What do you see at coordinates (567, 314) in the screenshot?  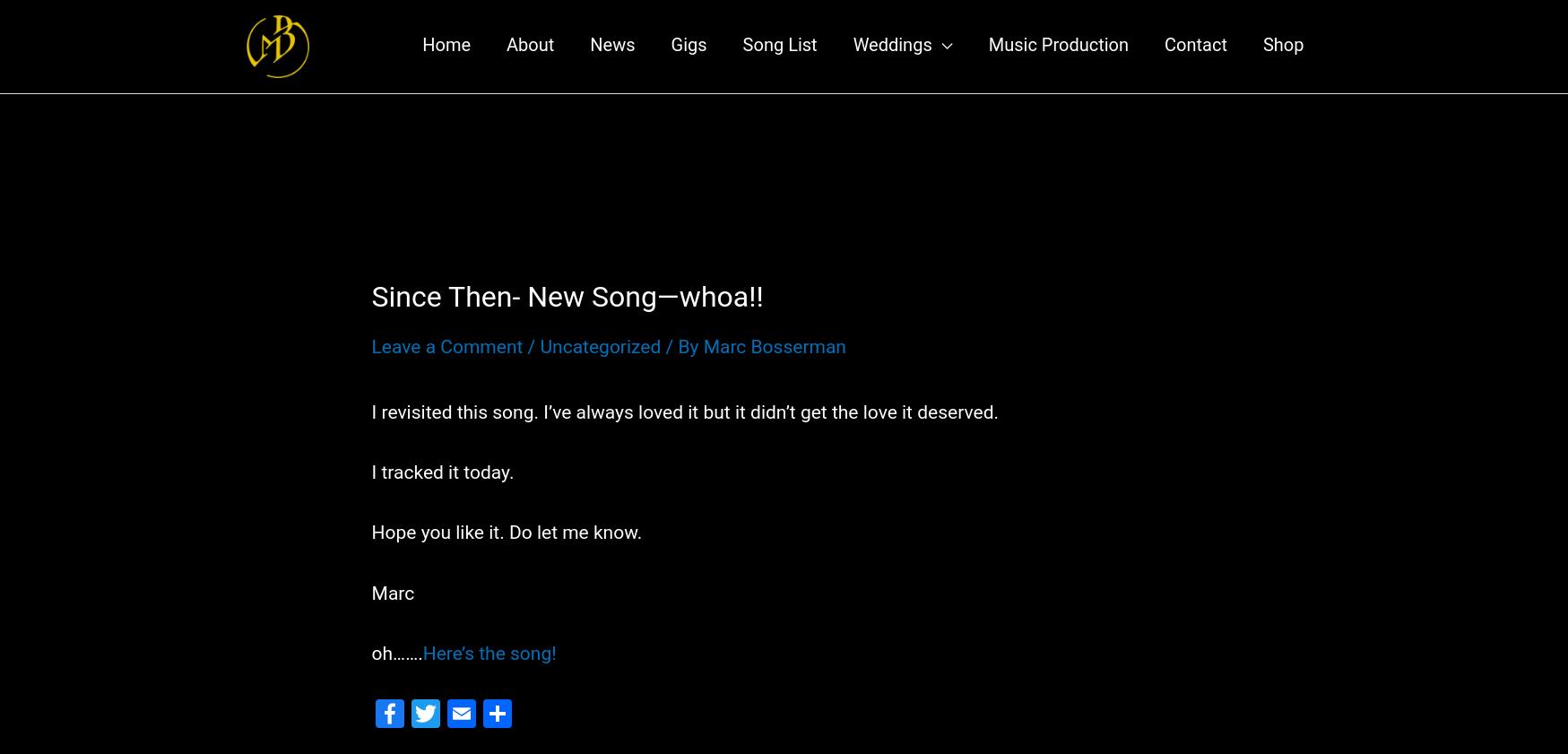 I see `'Since Then- New Song—whoa!!'` at bounding box center [567, 314].